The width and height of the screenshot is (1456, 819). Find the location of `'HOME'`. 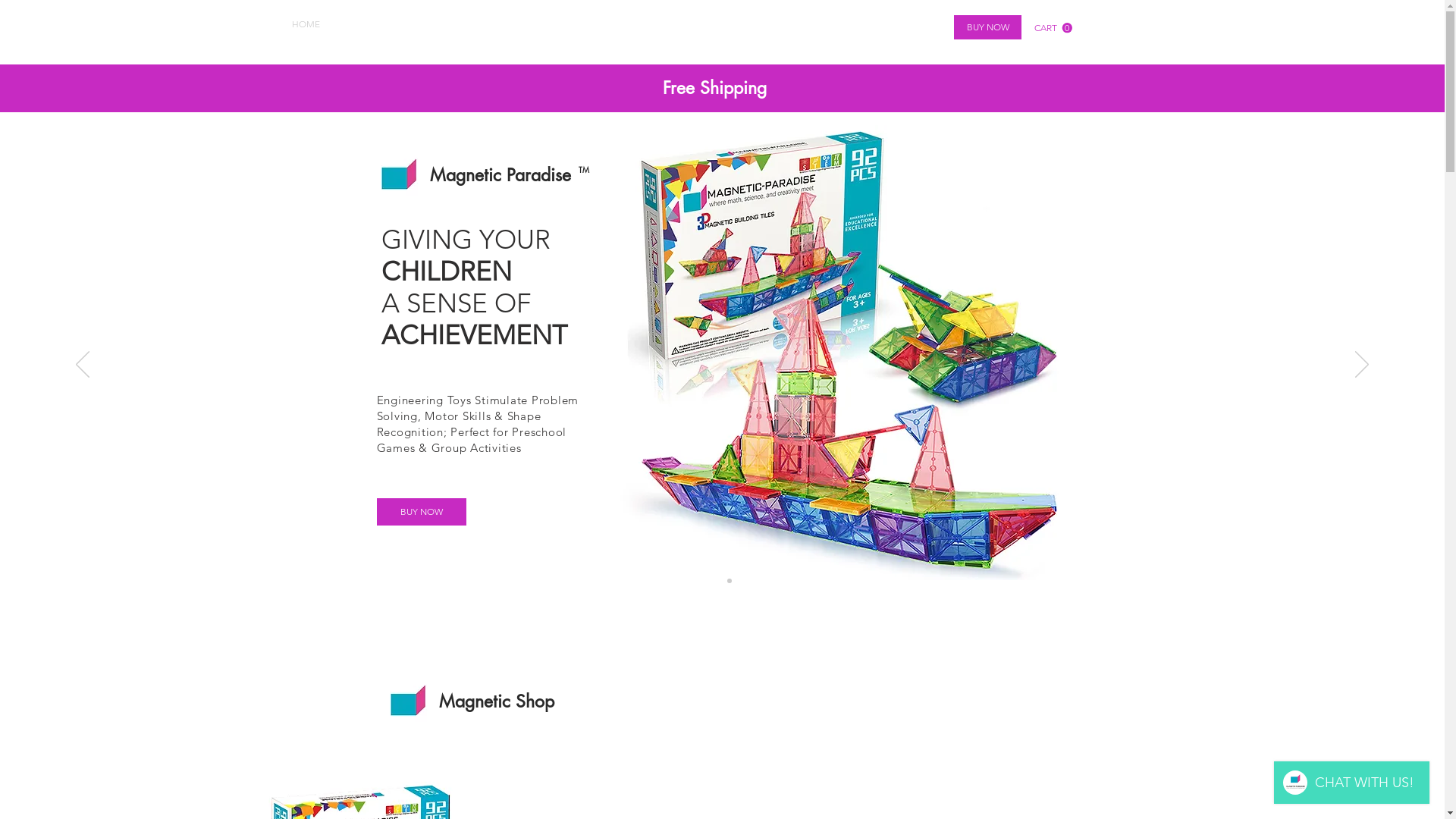

'HOME' is located at coordinates (305, 24).